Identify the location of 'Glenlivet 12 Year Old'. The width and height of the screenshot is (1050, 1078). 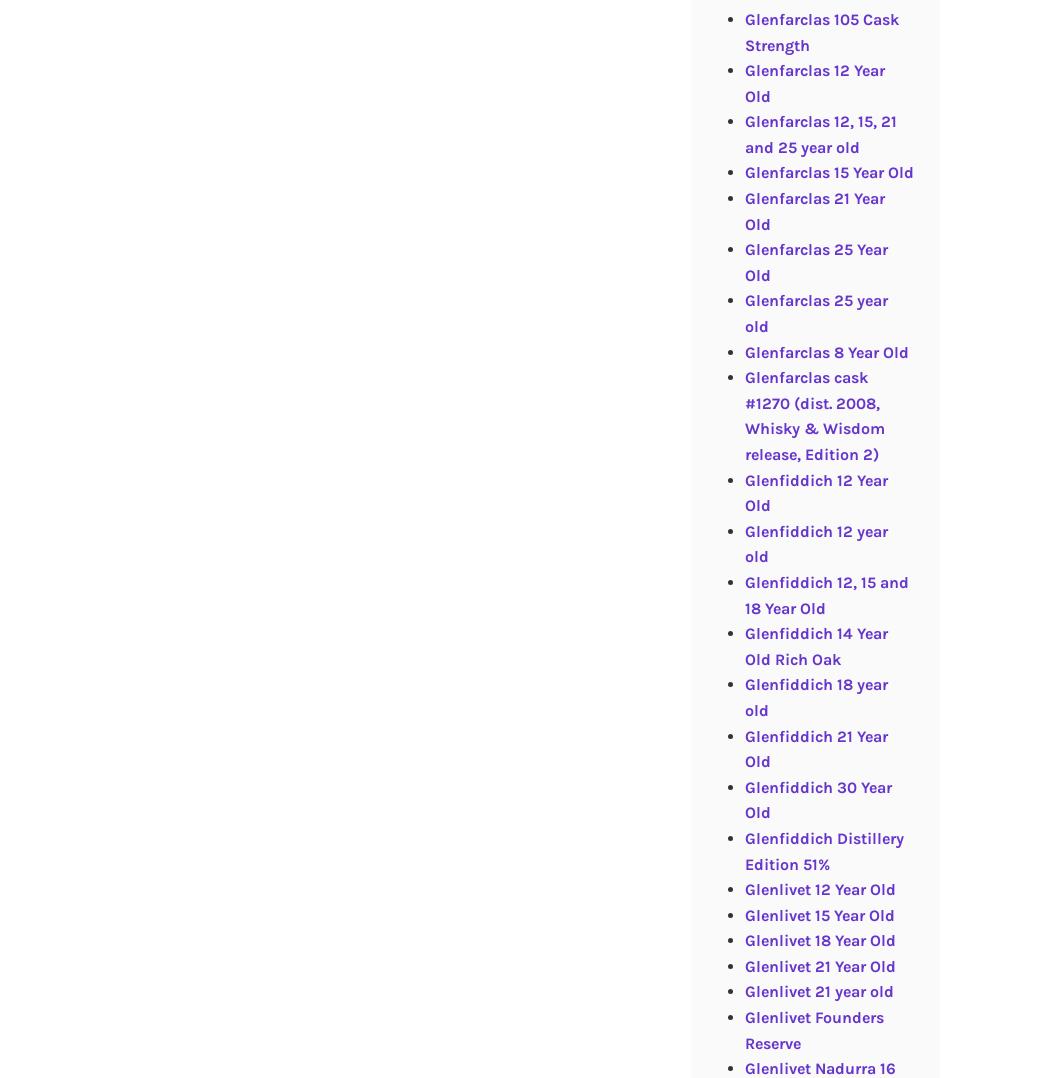
(818, 889).